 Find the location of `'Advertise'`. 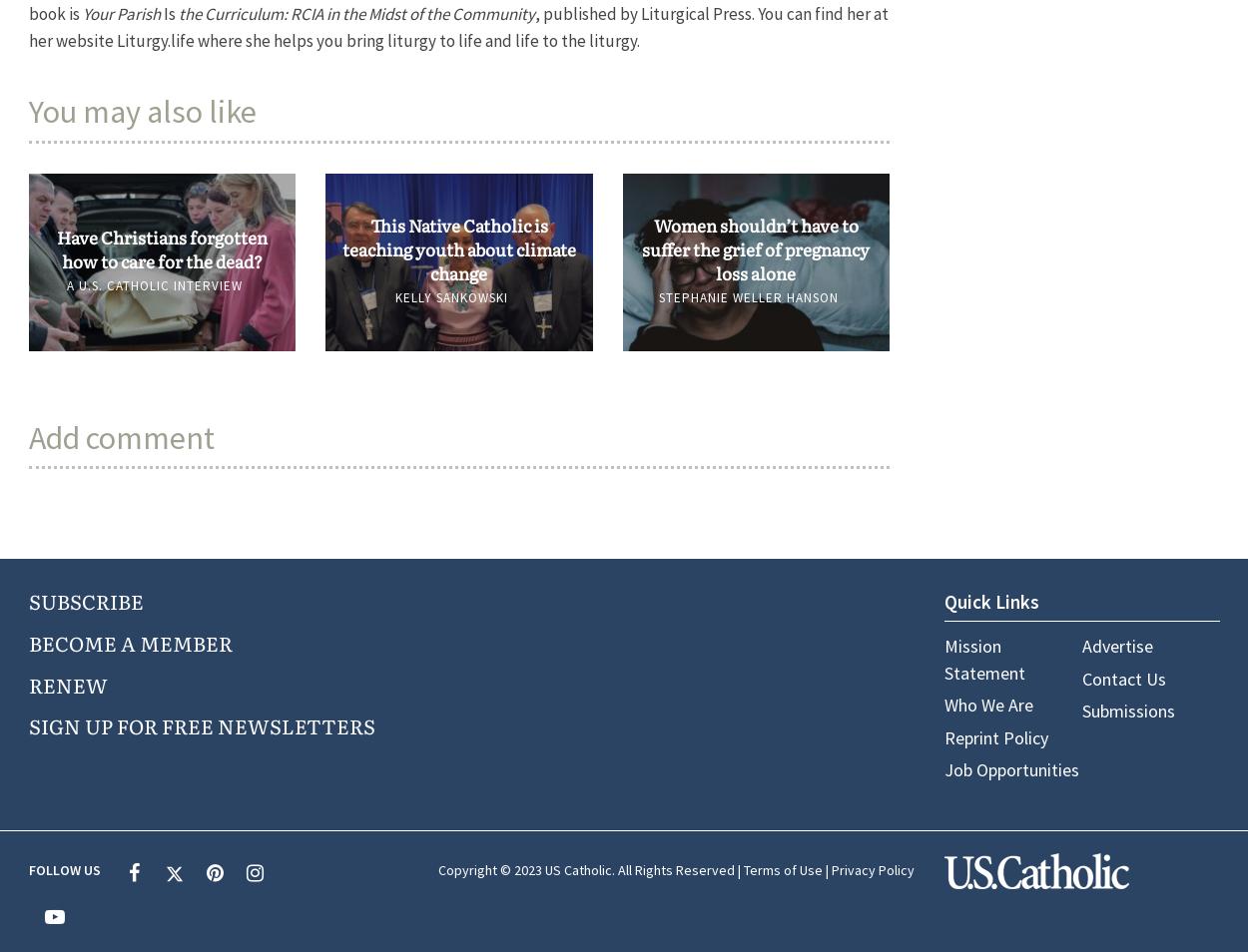

'Advertise' is located at coordinates (1115, 645).